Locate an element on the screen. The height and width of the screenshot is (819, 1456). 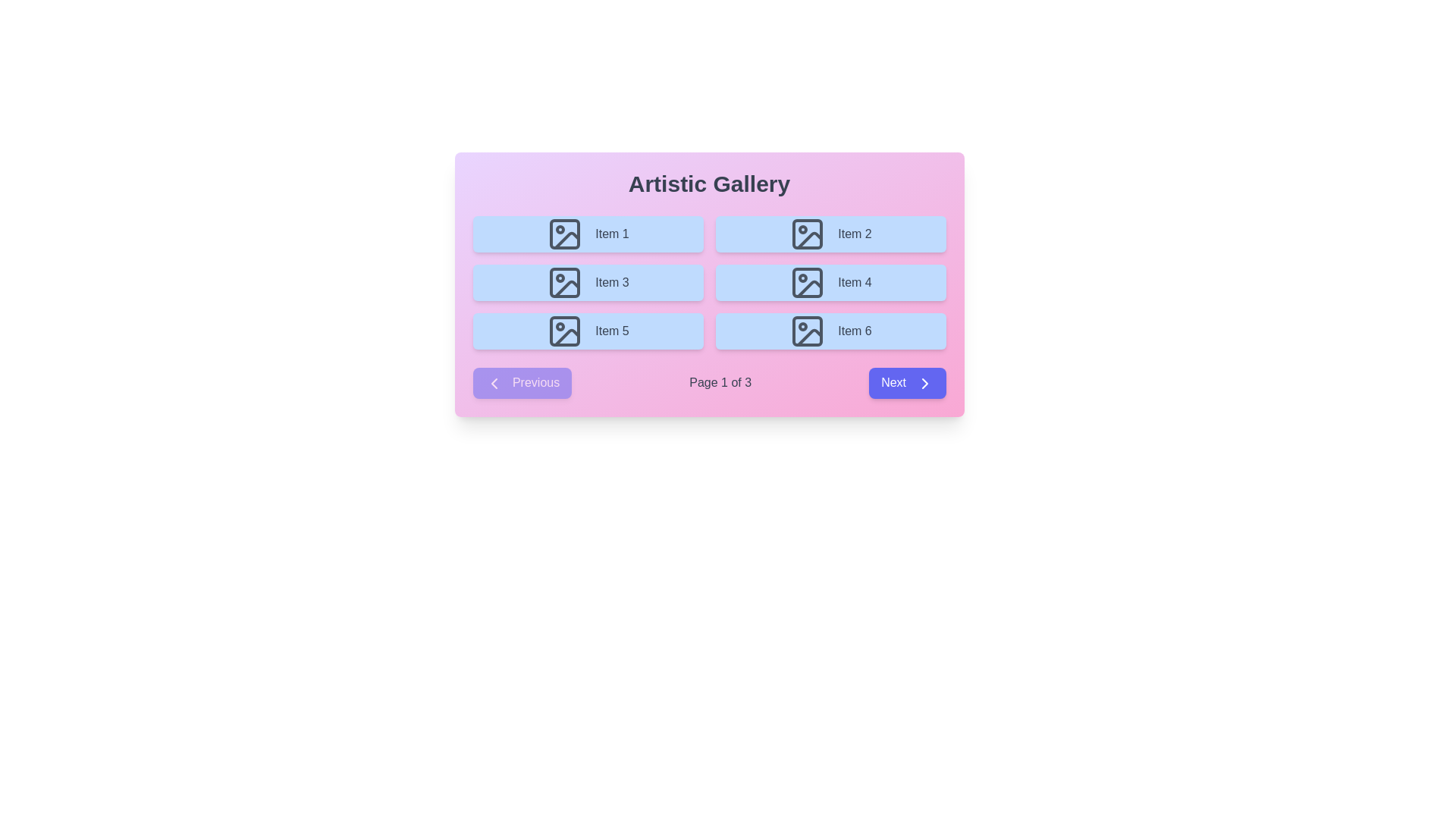
the Card component with a light blue background, rounded corners, containing the icon of an image and the text 'Item 4'. It is located in the second row and second column of a grid layout, below 'Item 2' and next to 'Item 3' is located at coordinates (830, 283).